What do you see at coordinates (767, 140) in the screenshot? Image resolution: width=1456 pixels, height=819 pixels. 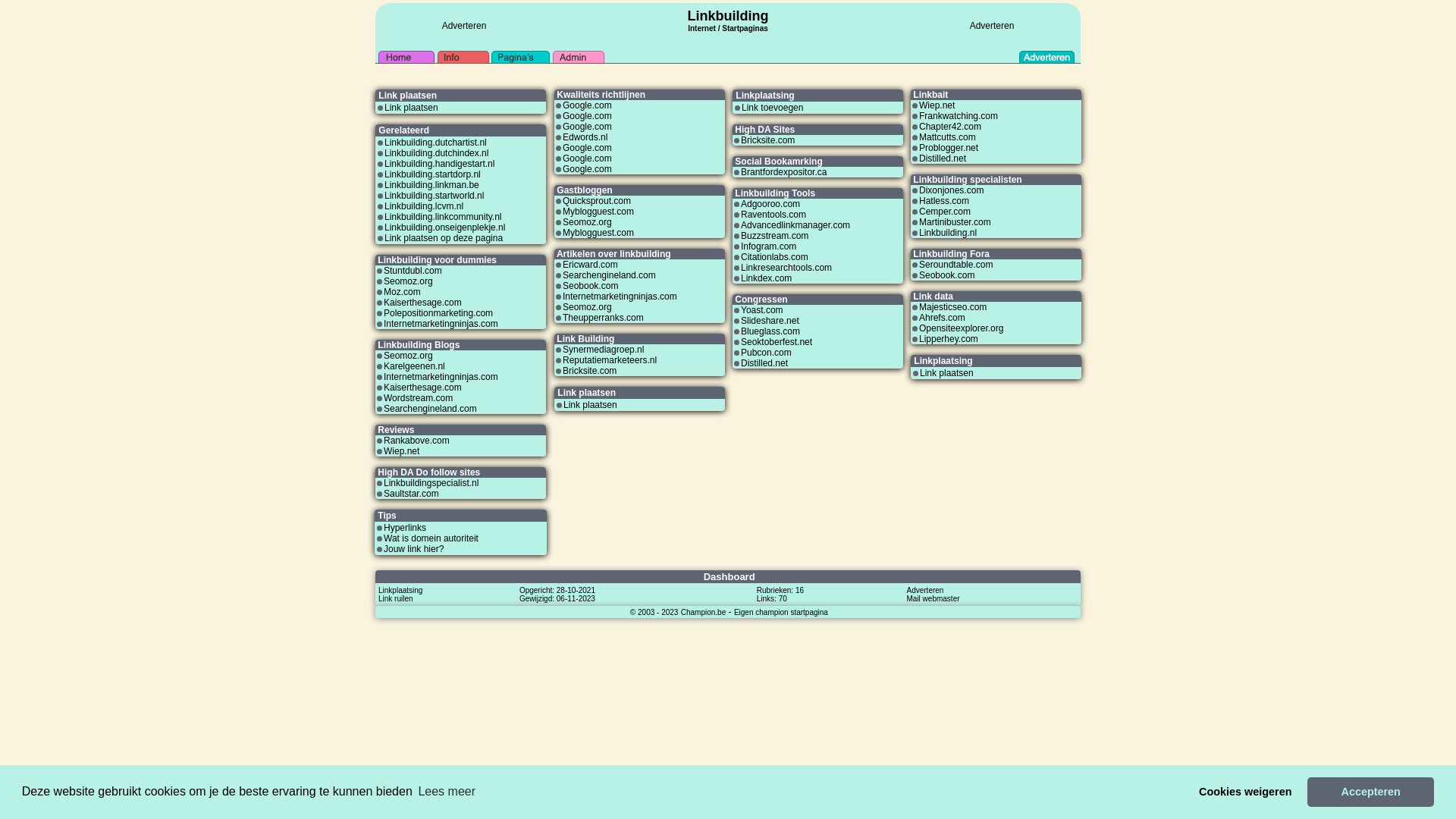 I see `'Bricksite.com'` at bounding box center [767, 140].